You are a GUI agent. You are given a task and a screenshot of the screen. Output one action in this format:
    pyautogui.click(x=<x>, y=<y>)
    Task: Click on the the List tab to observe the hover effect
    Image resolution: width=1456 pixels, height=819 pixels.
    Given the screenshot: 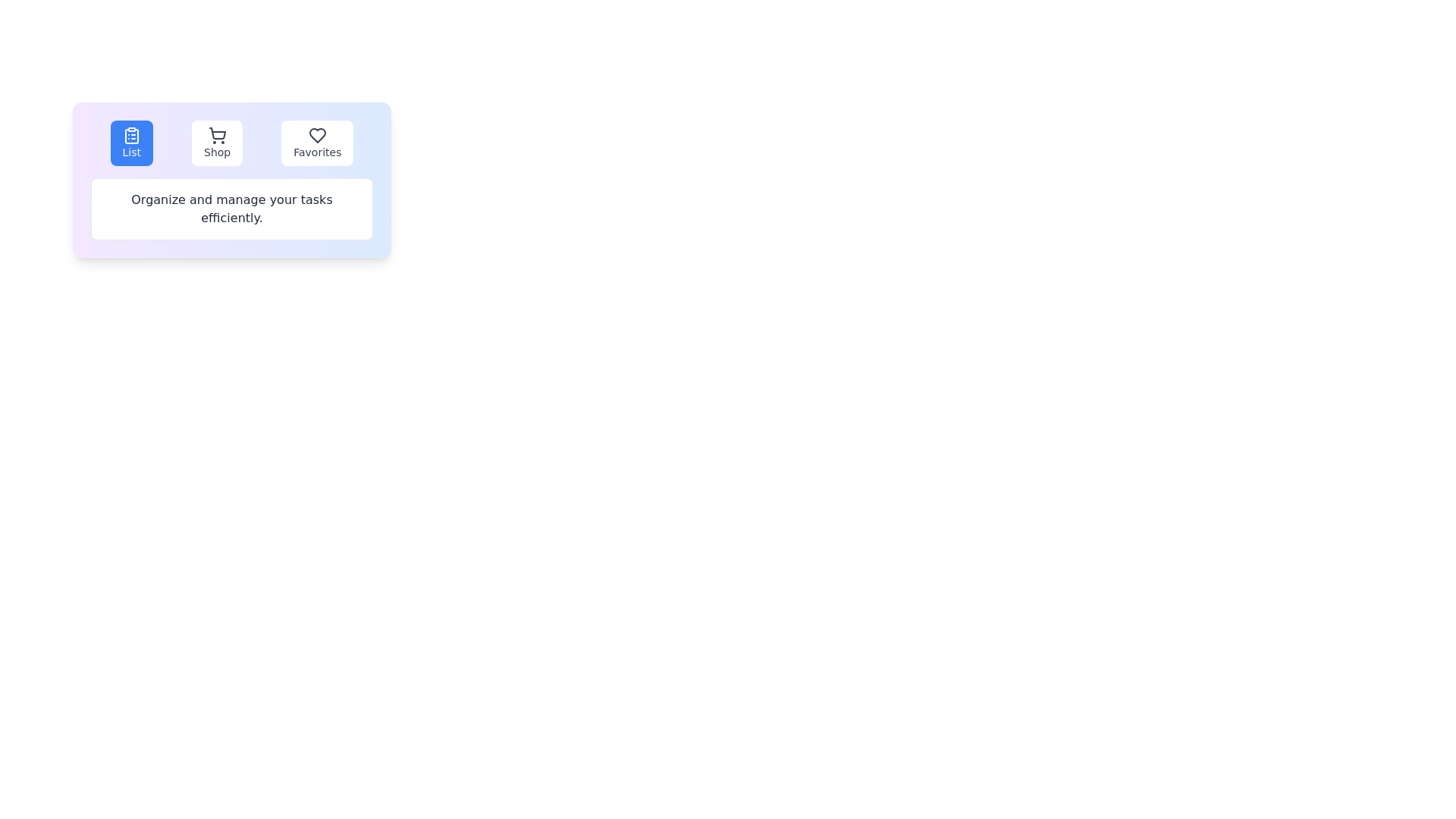 What is the action you would take?
    pyautogui.click(x=130, y=143)
    